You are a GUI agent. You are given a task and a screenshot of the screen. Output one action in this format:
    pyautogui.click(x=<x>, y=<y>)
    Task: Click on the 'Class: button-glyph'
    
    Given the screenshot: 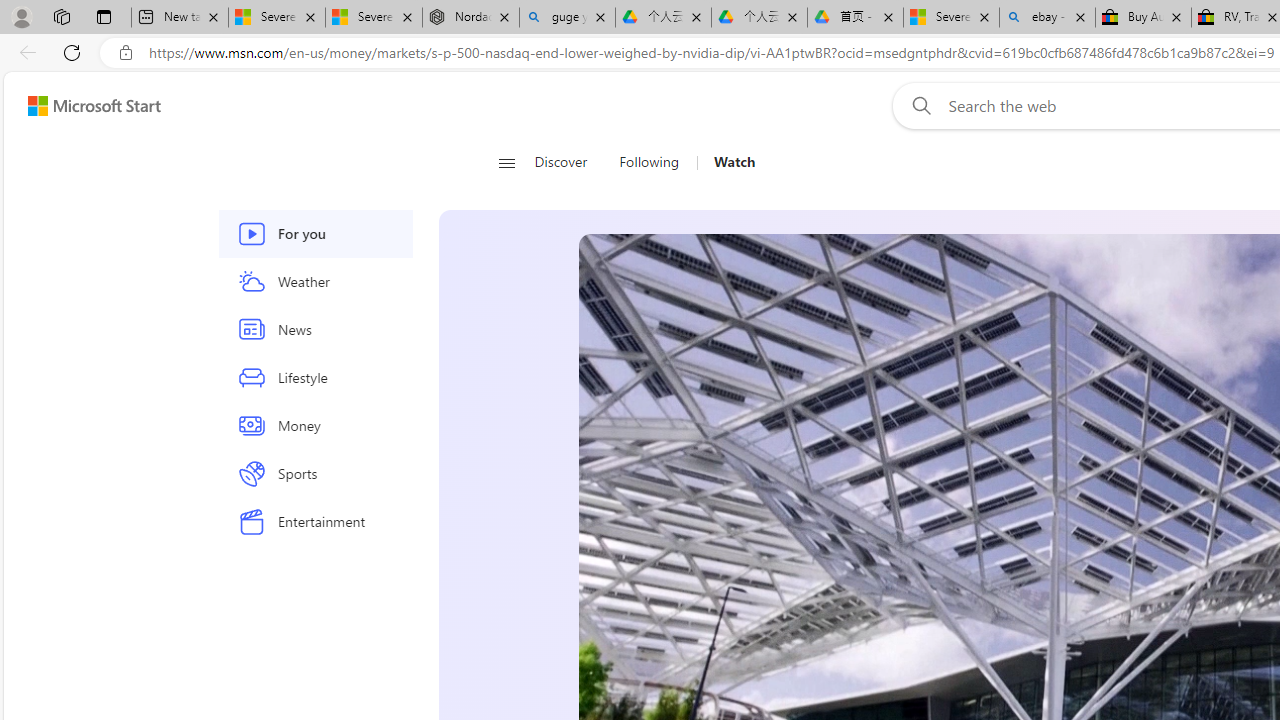 What is the action you would take?
    pyautogui.click(x=506, y=162)
    